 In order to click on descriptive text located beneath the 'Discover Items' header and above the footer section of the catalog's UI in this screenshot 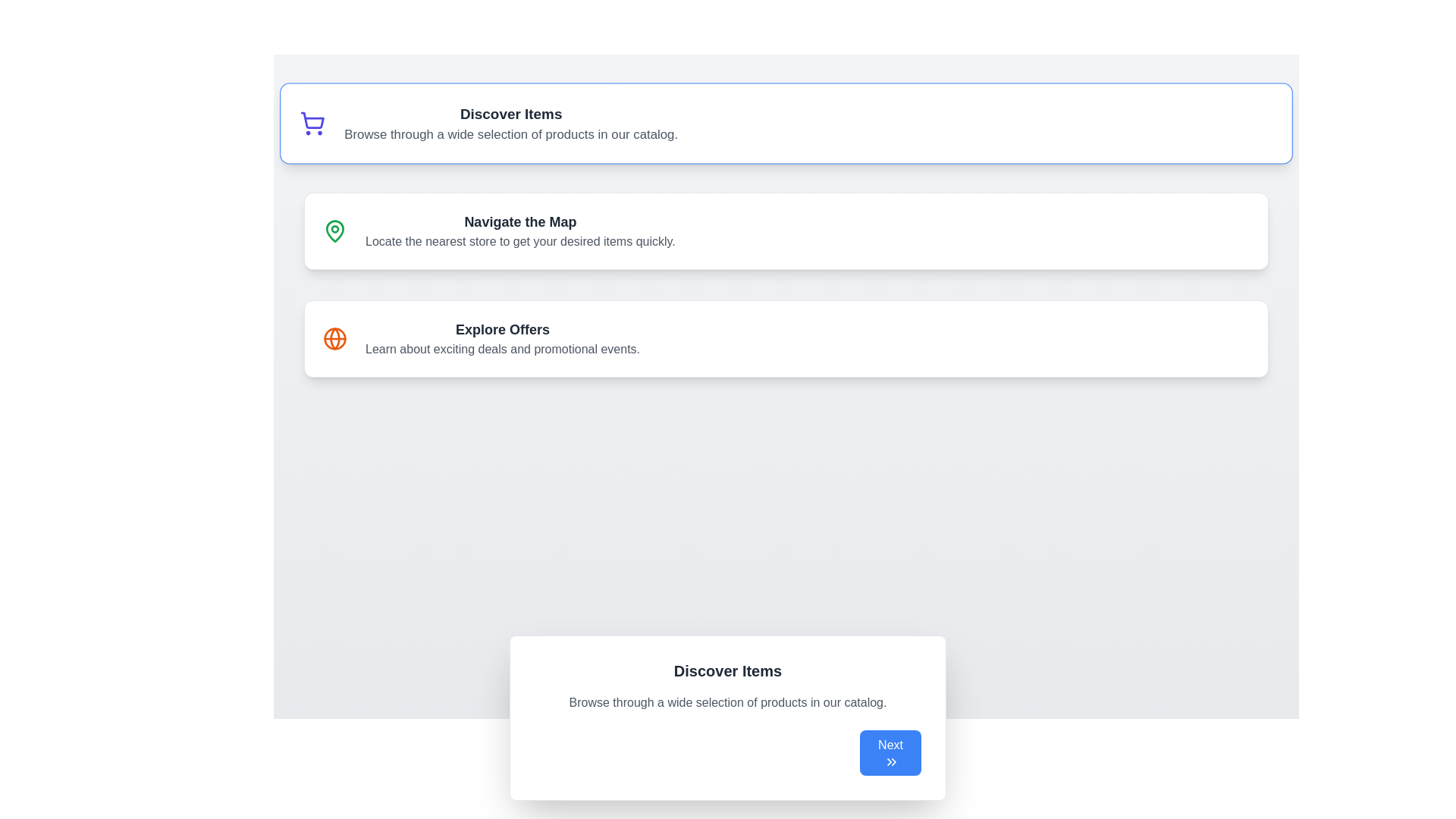, I will do `click(728, 702)`.